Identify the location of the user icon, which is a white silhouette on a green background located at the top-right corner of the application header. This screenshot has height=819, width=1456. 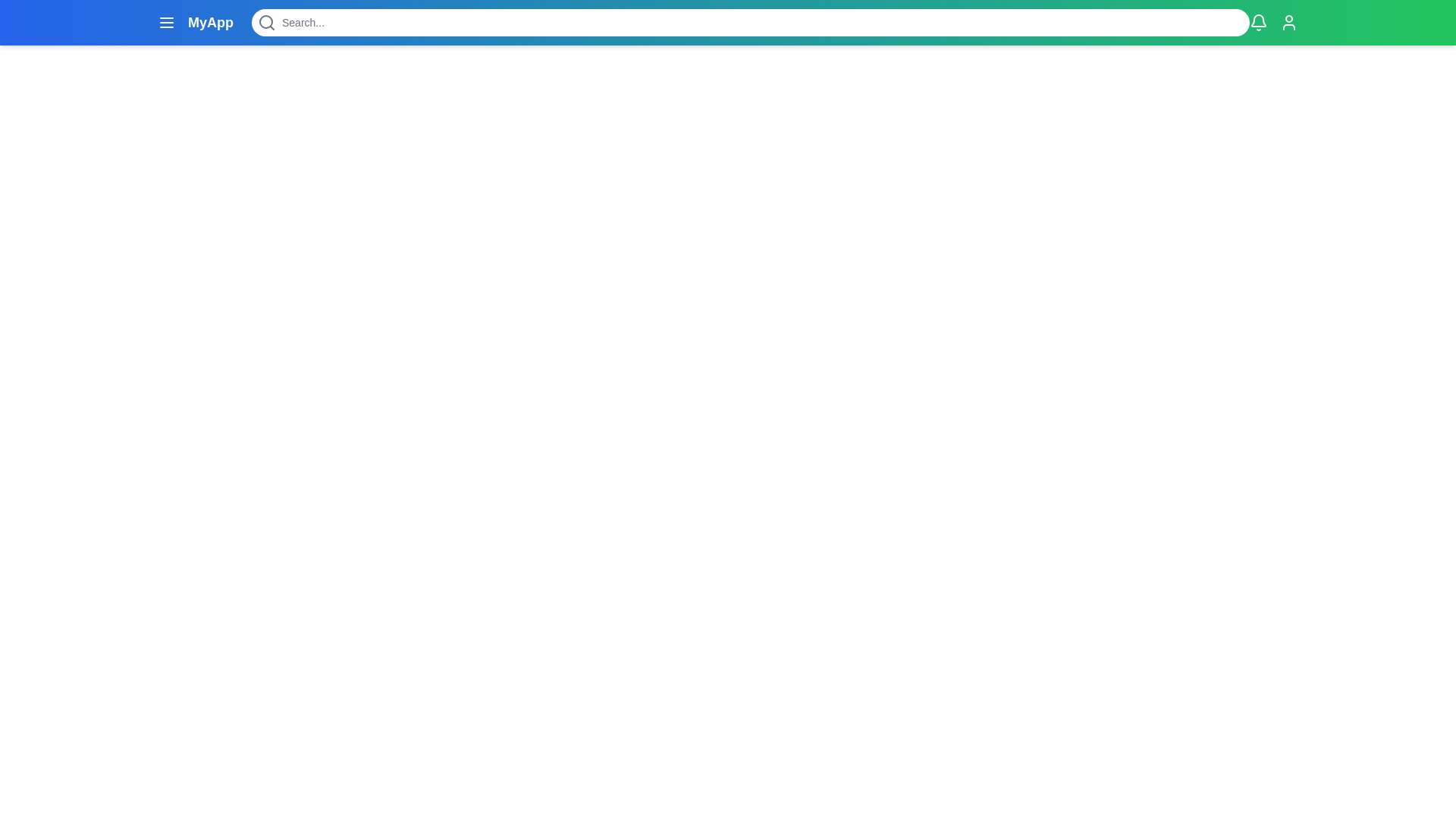
(1288, 23).